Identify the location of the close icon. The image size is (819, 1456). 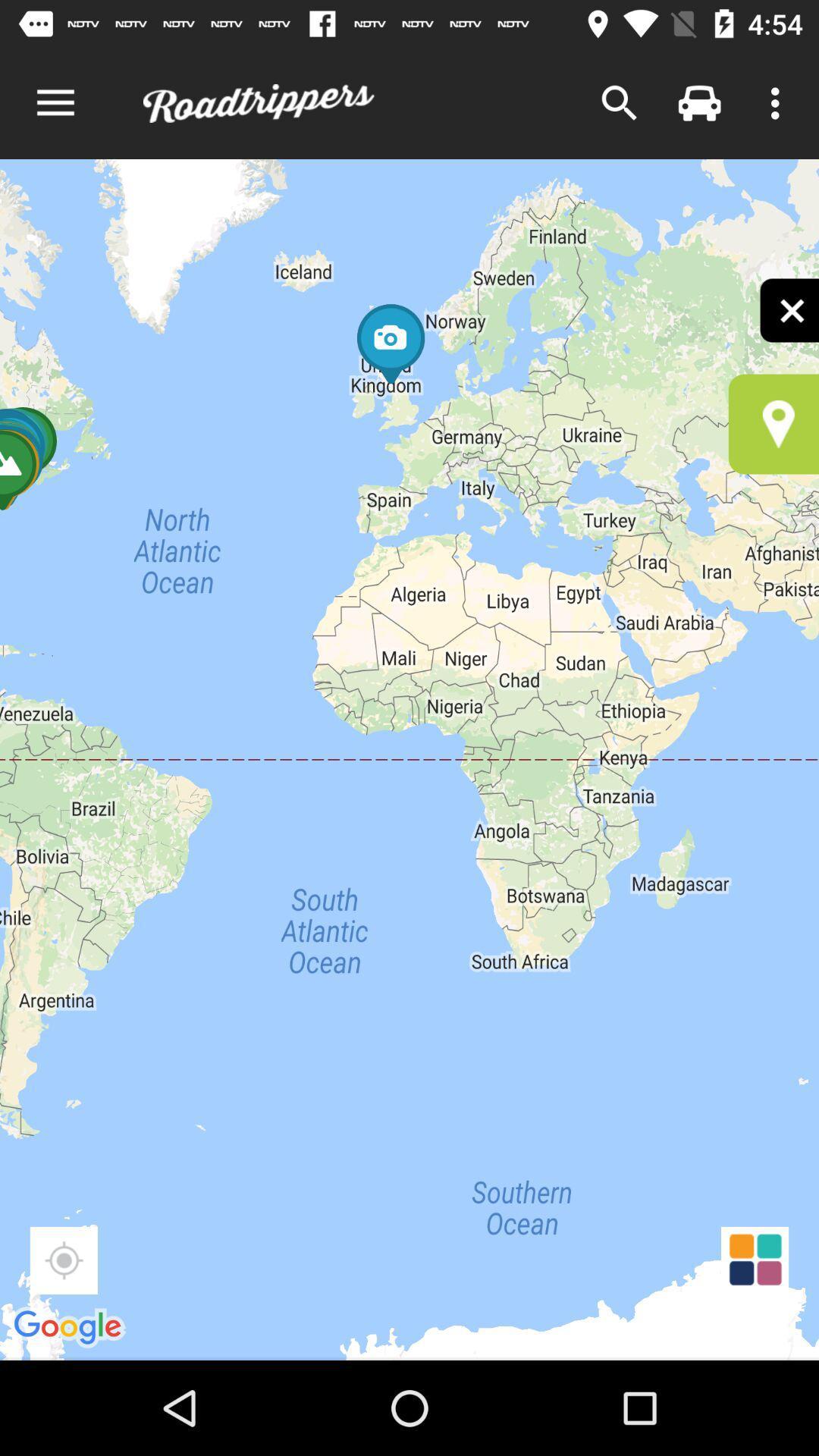
(788, 309).